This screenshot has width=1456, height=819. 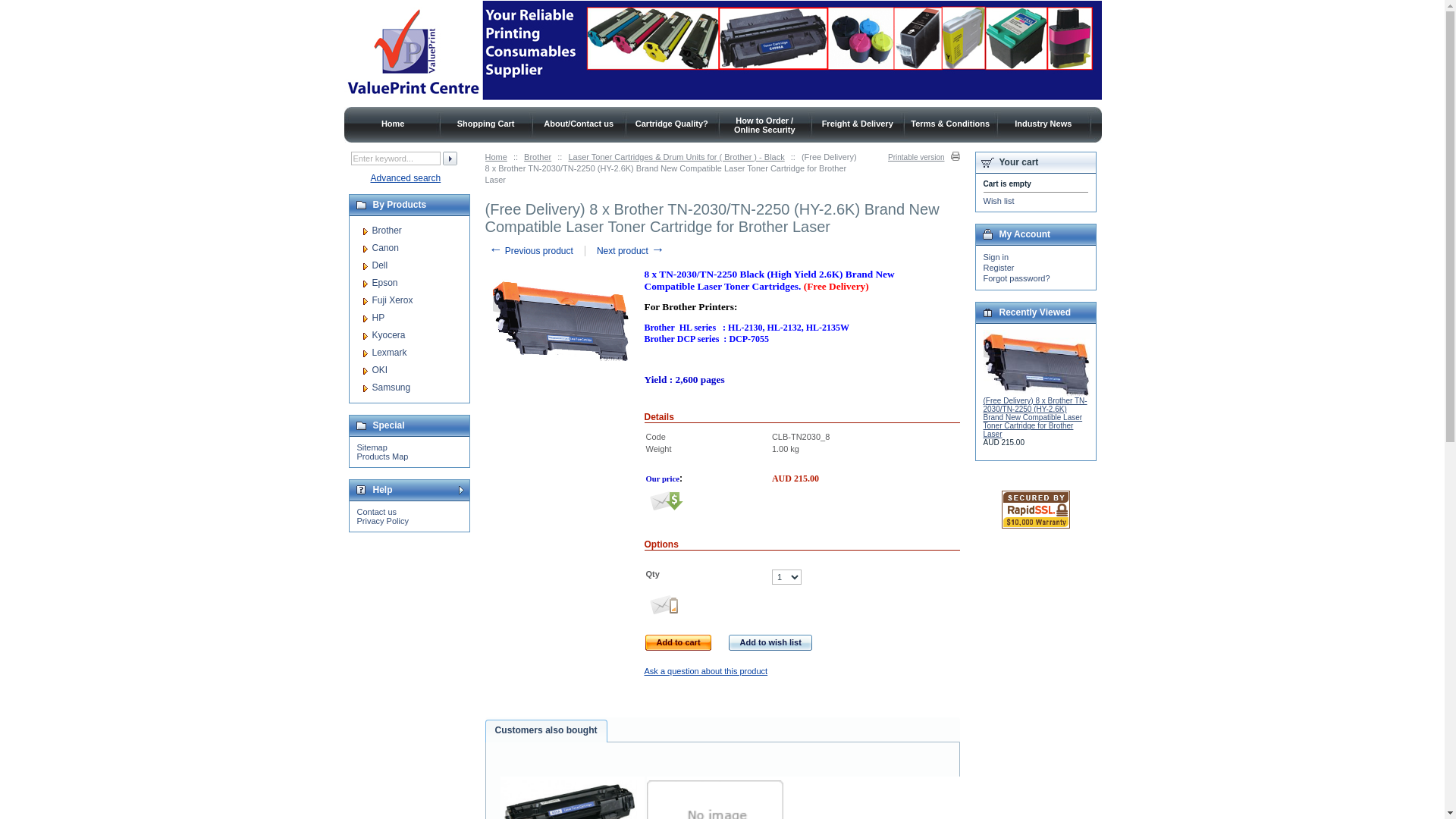 What do you see at coordinates (393, 122) in the screenshot?
I see `'Home'` at bounding box center [393, 122].